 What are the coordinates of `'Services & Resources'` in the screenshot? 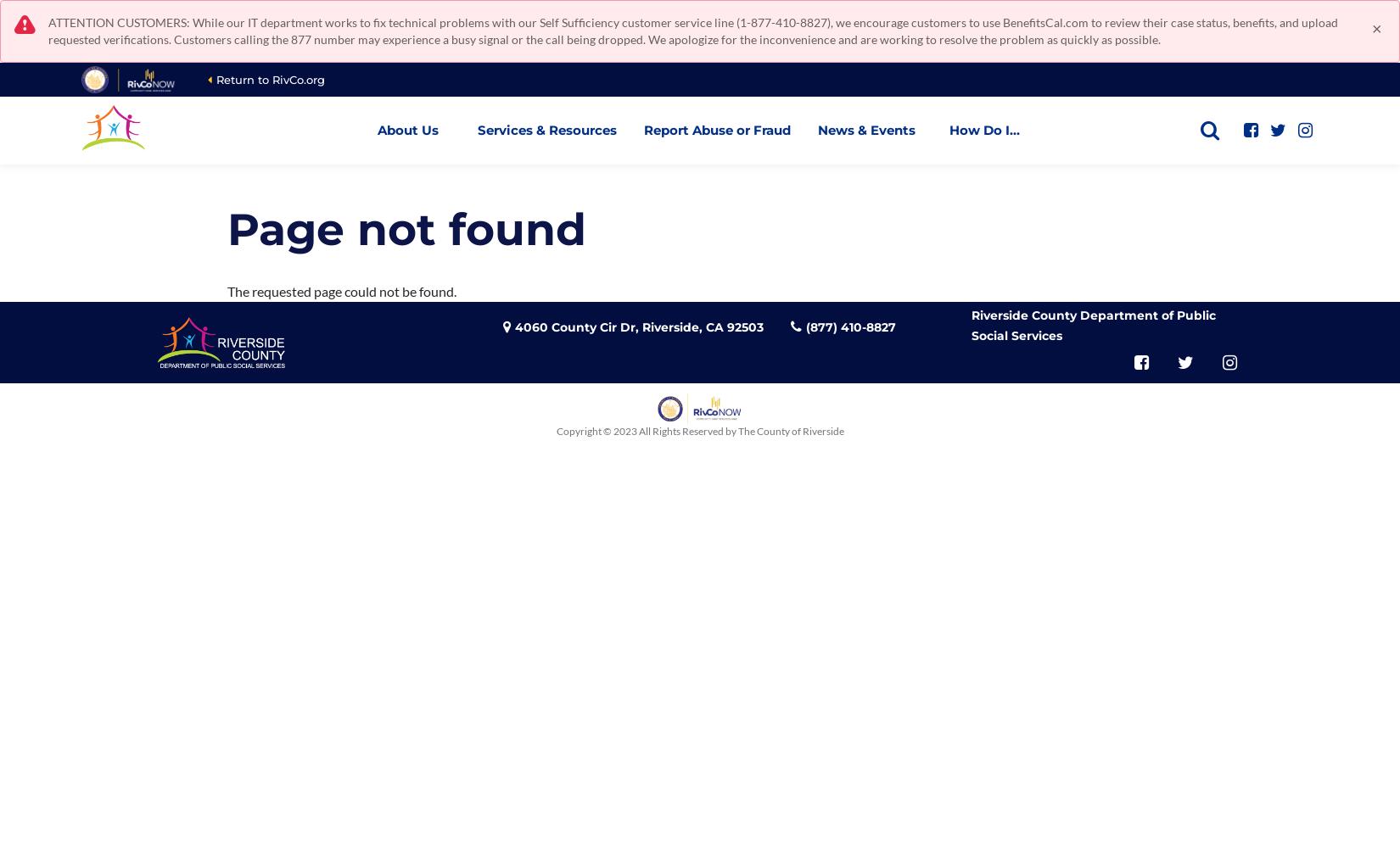 It's located at (545, 130).